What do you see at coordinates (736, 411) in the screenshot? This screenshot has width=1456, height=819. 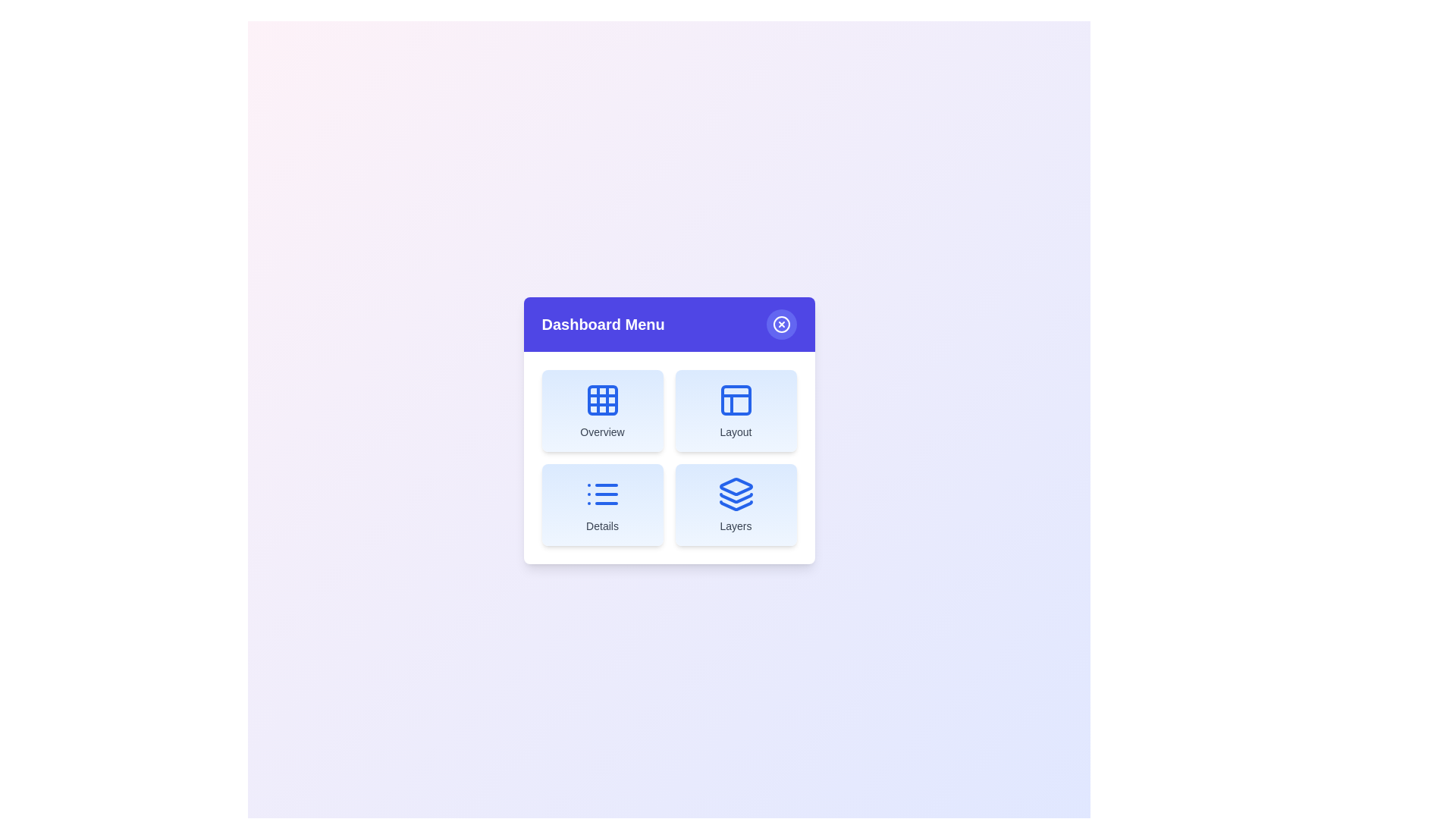 I see `the menu item labeled Layout` at bounding box center [736, 411].